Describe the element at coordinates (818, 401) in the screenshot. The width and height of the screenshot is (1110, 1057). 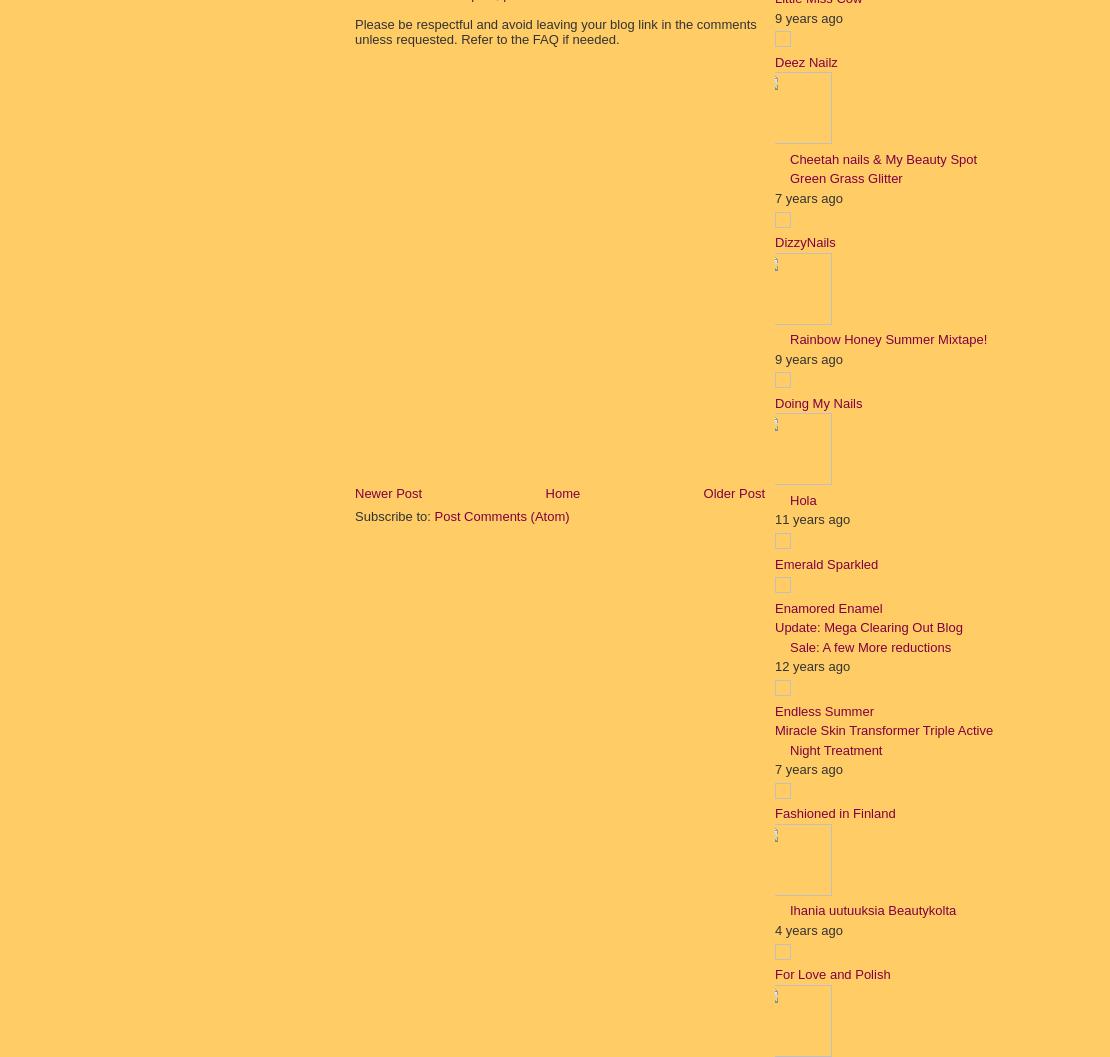
I see `'Doing My Nails'` at that location.